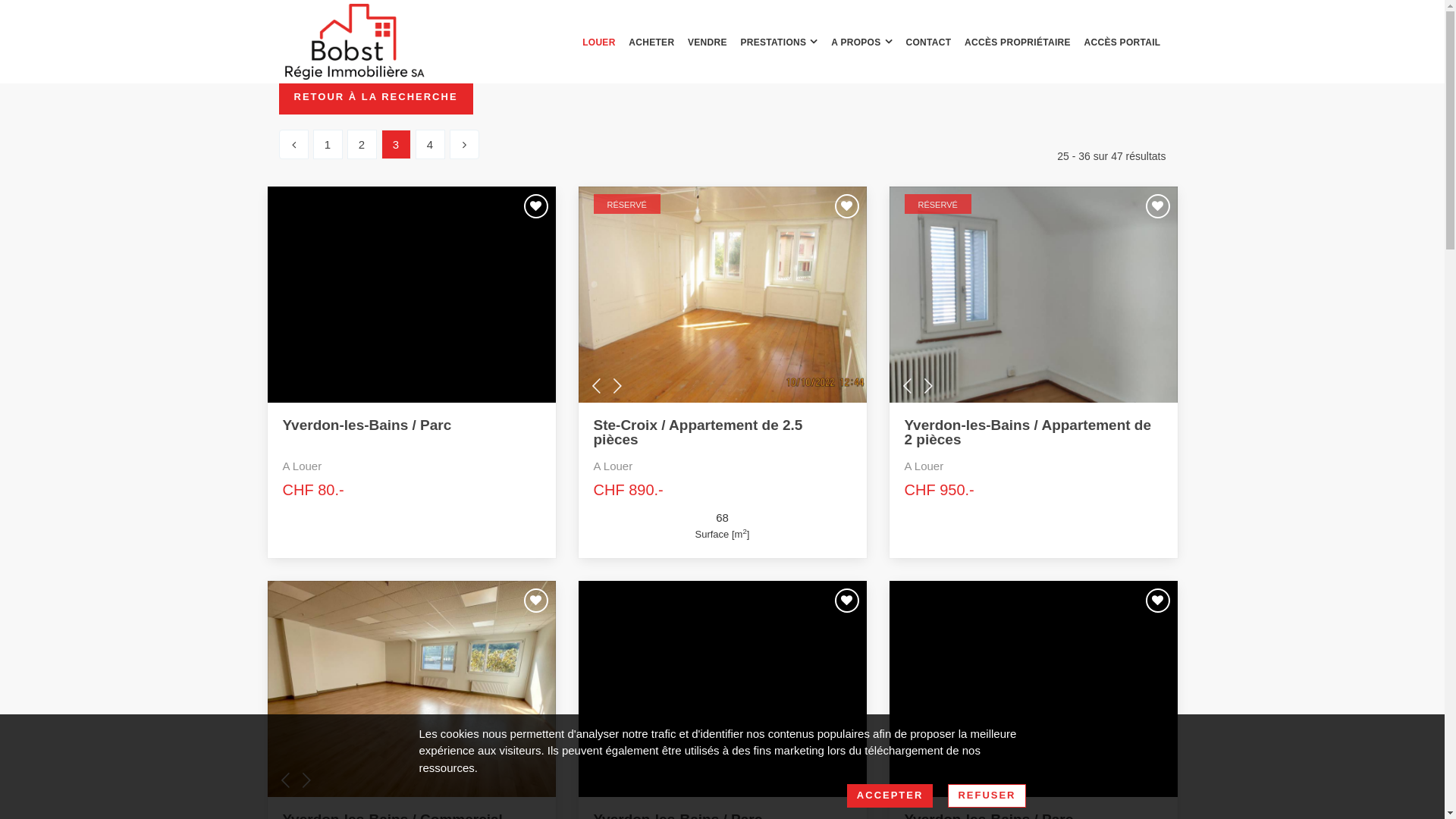 The width and height of the screenshot is (1456, 819). What do you see at coordinates (651, 42) in the screenshot?
I see `'ACHETER'` at bounding box center [651, 42].